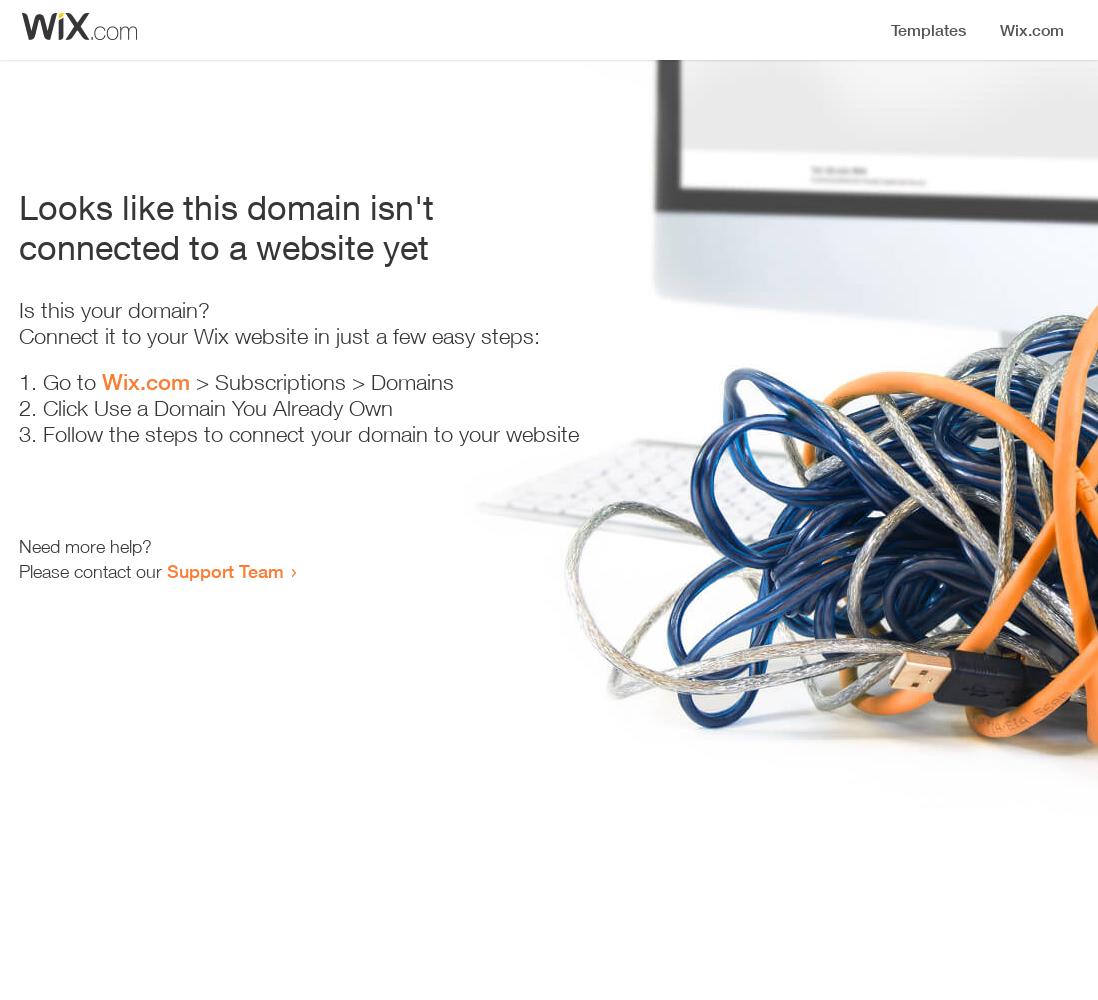  I want to click on 'Please contact our', so click(17, 570).